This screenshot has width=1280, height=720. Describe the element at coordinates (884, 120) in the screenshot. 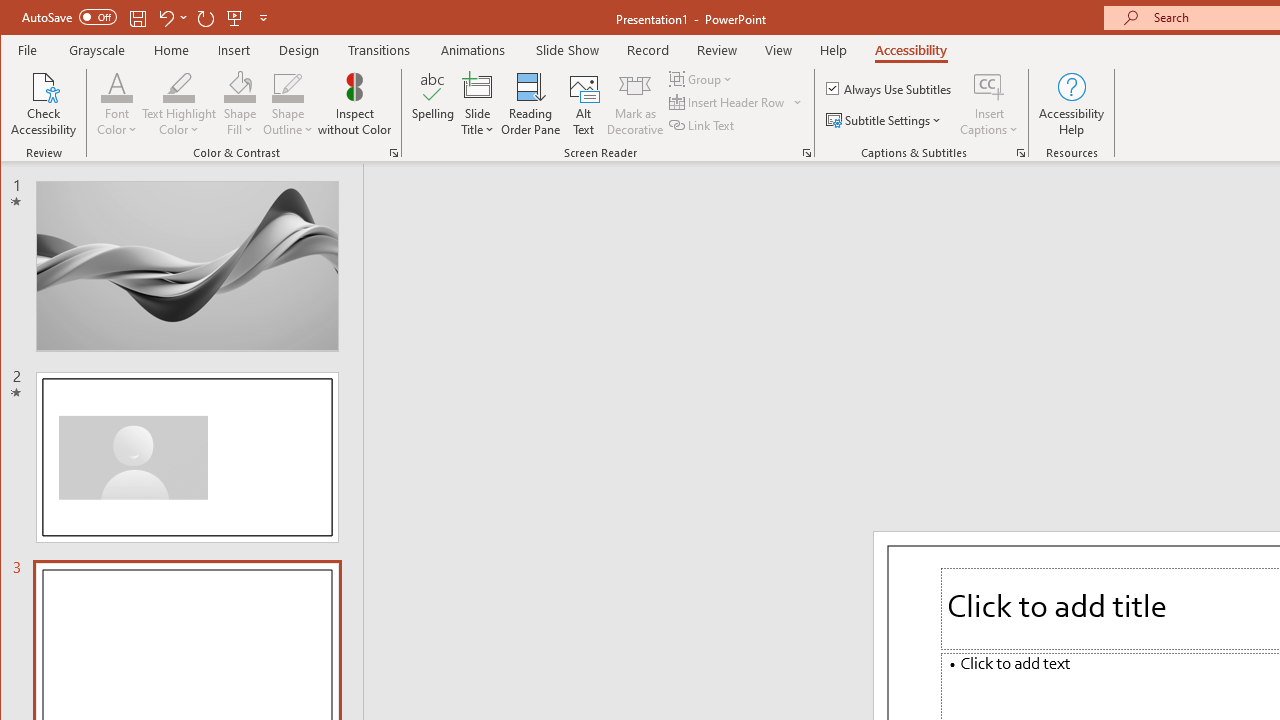

I see `'Subtitle Settings'` at that location.